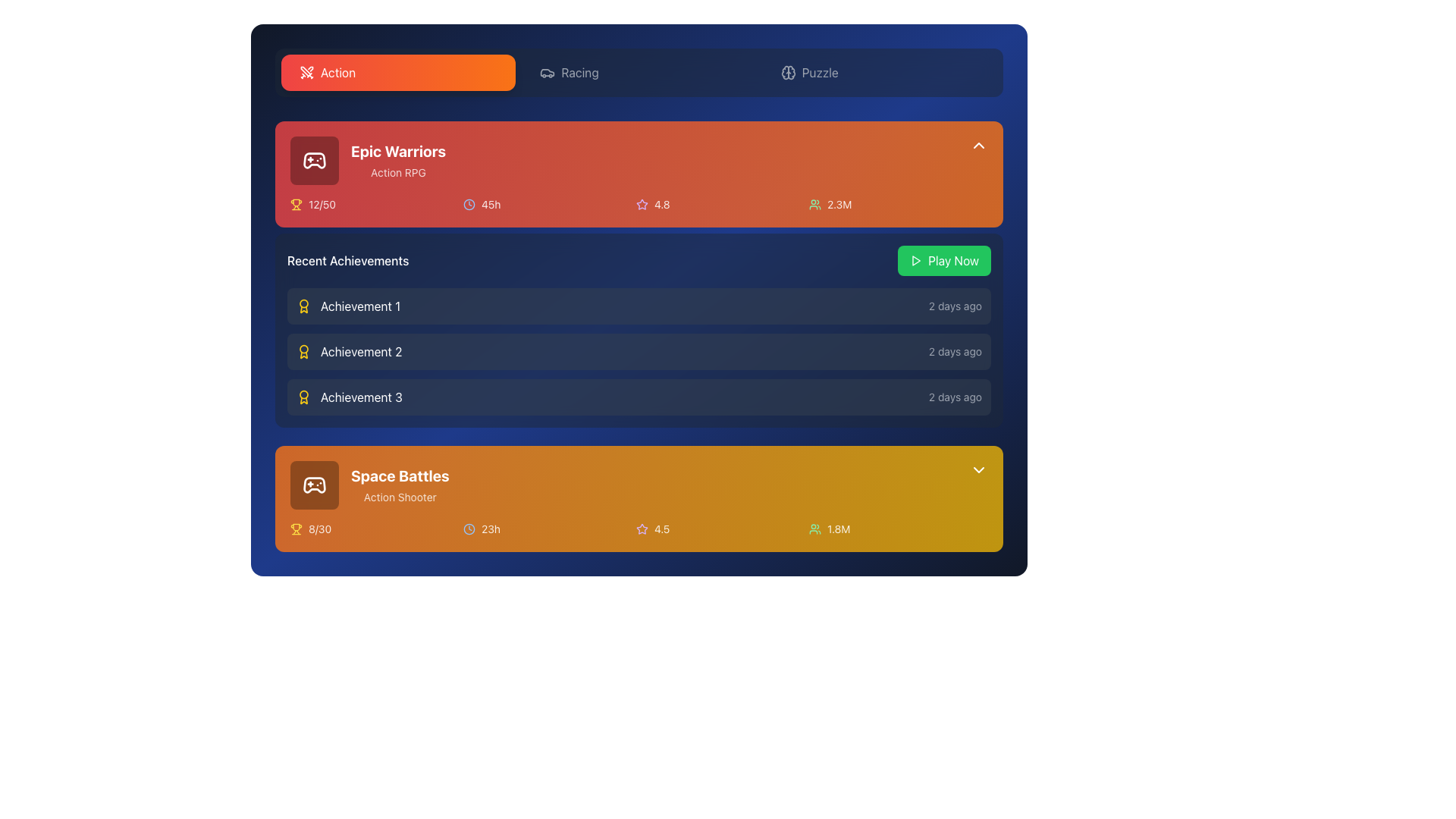  I want to click on the decorative yellow circle in the SVG icon, which is part of the award design located to the left of the '12/50' text under the 'Epic Warriors' section, so click(303, 348).